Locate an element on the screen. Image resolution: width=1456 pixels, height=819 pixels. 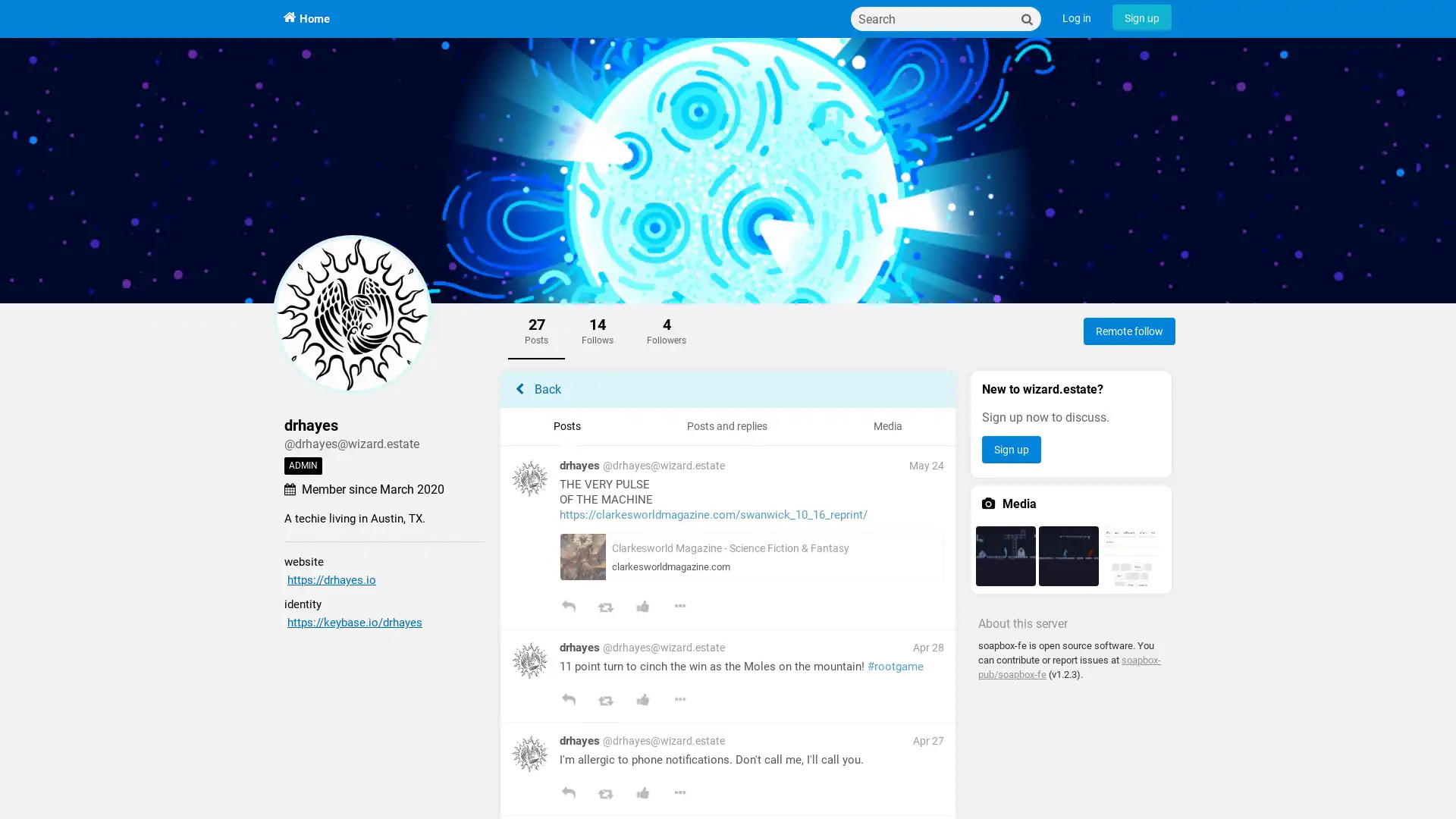
Remote follow is located at coordinates (1129, 330).